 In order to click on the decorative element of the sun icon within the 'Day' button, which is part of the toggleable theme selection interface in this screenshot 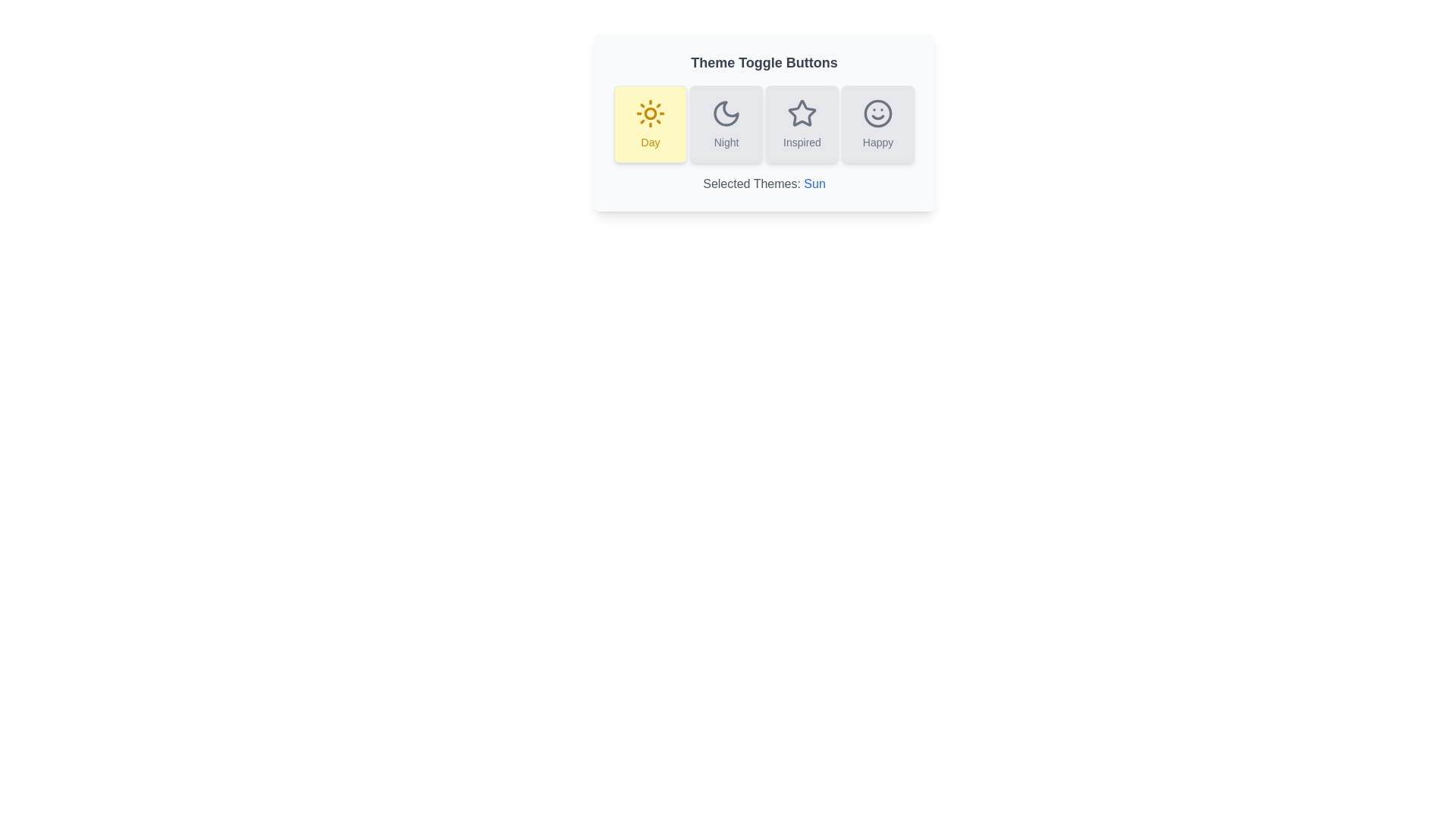, I will do `click(651, 113)`.